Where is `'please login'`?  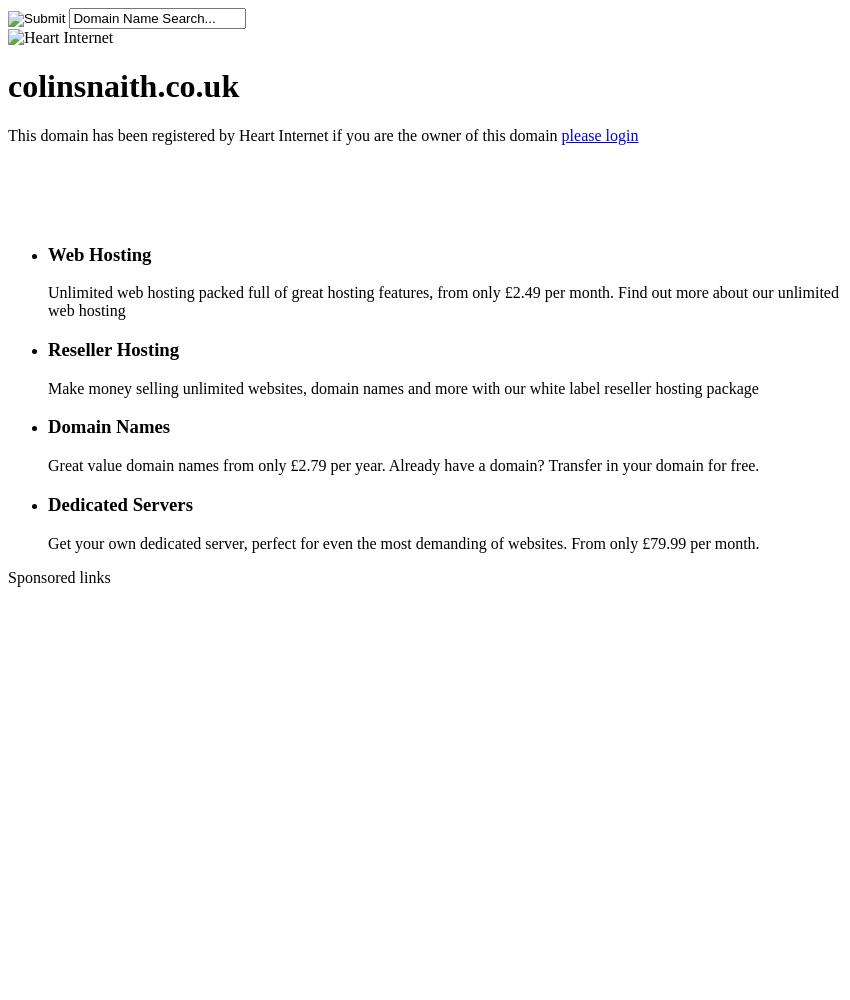
'please login' is located at coordinates (598, 134).